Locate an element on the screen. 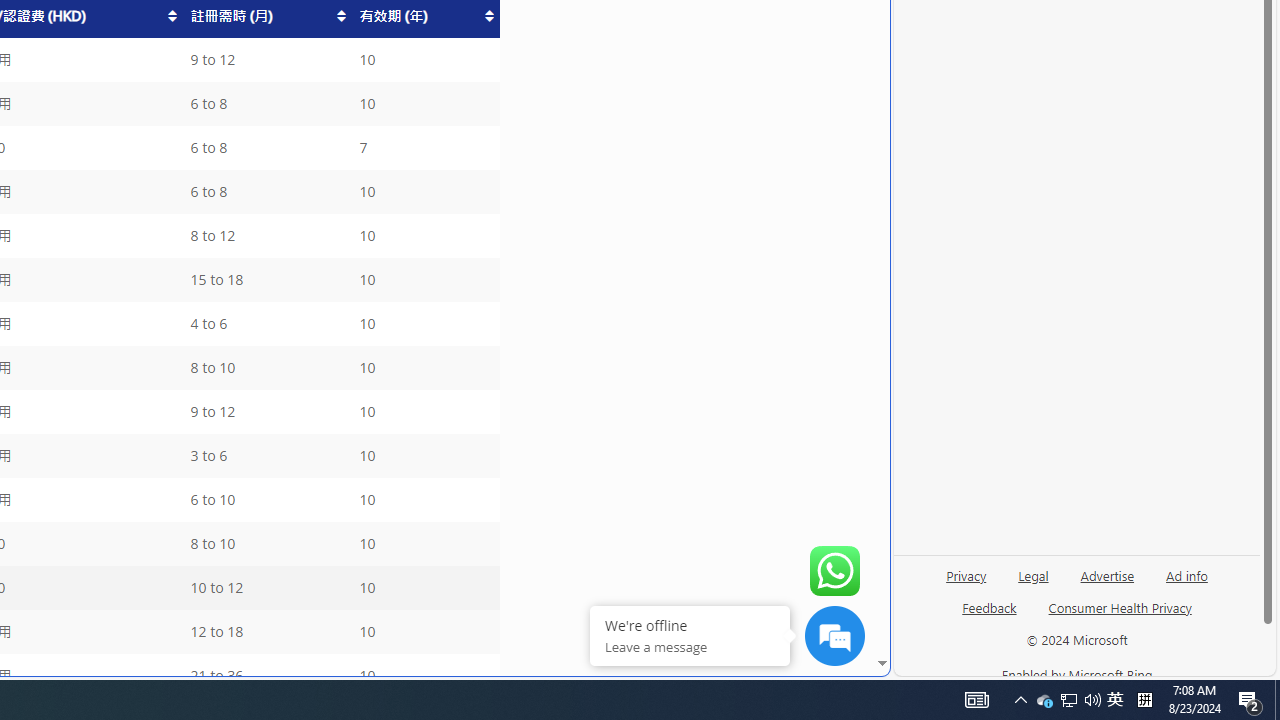  '15 to 18' is located at coordinates (265, 280).